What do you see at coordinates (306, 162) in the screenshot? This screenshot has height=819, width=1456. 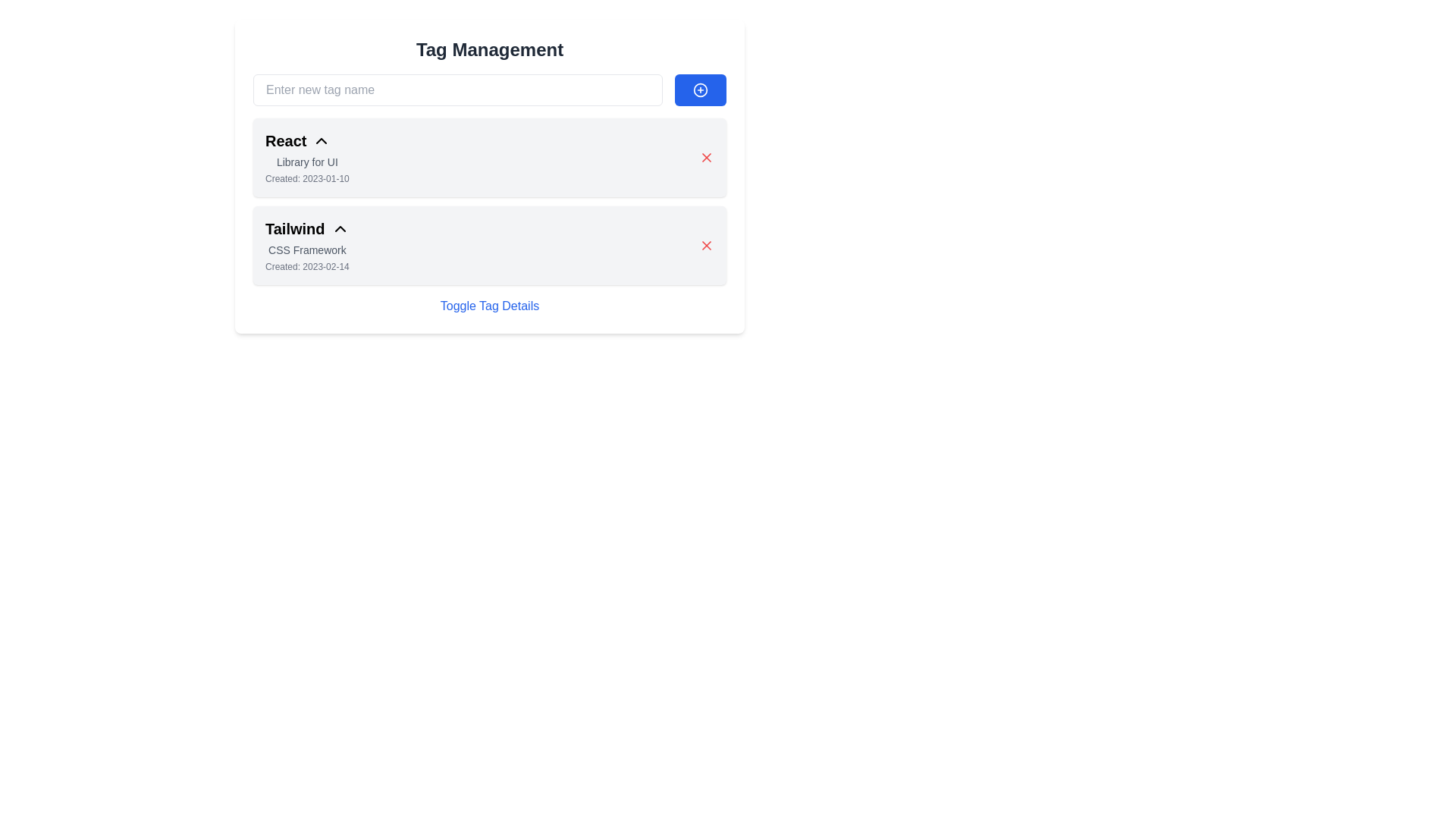 I see `the descriptive text that specifies the function of the 'React' item, which indicates it as a 'Library for UI'` at bounding box center [306, 162].